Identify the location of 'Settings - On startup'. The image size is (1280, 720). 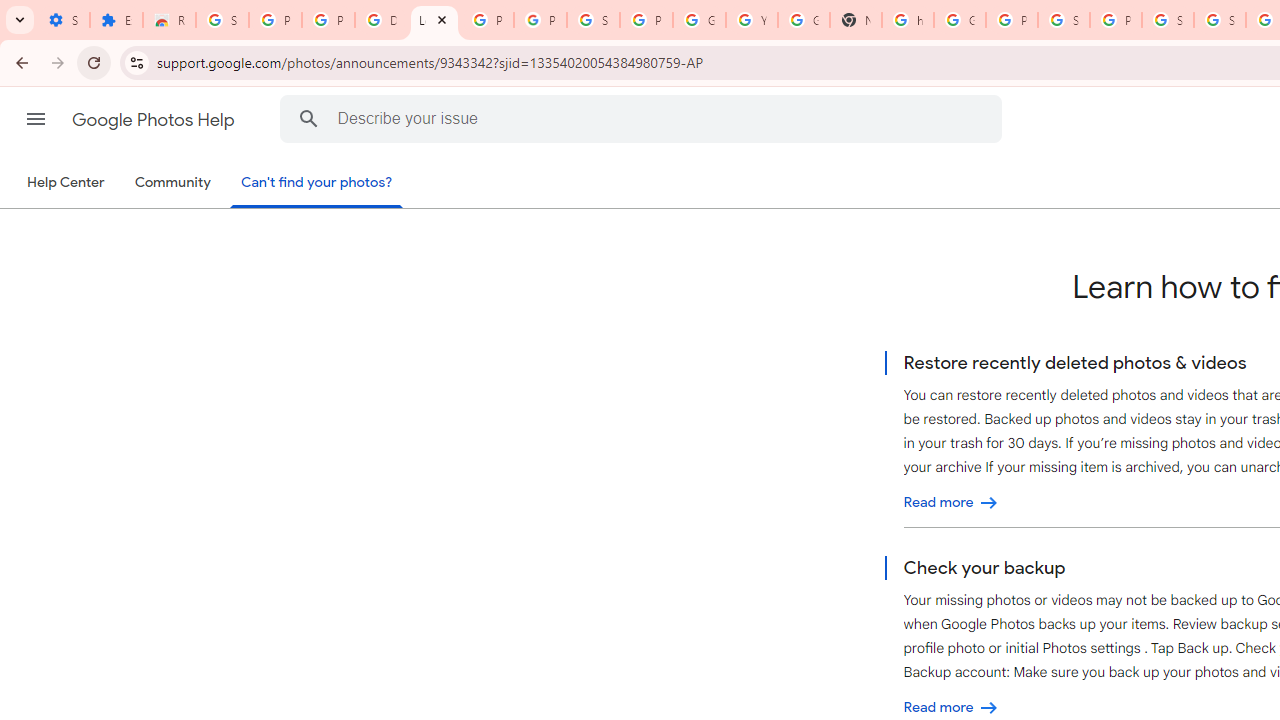
(63, 20).